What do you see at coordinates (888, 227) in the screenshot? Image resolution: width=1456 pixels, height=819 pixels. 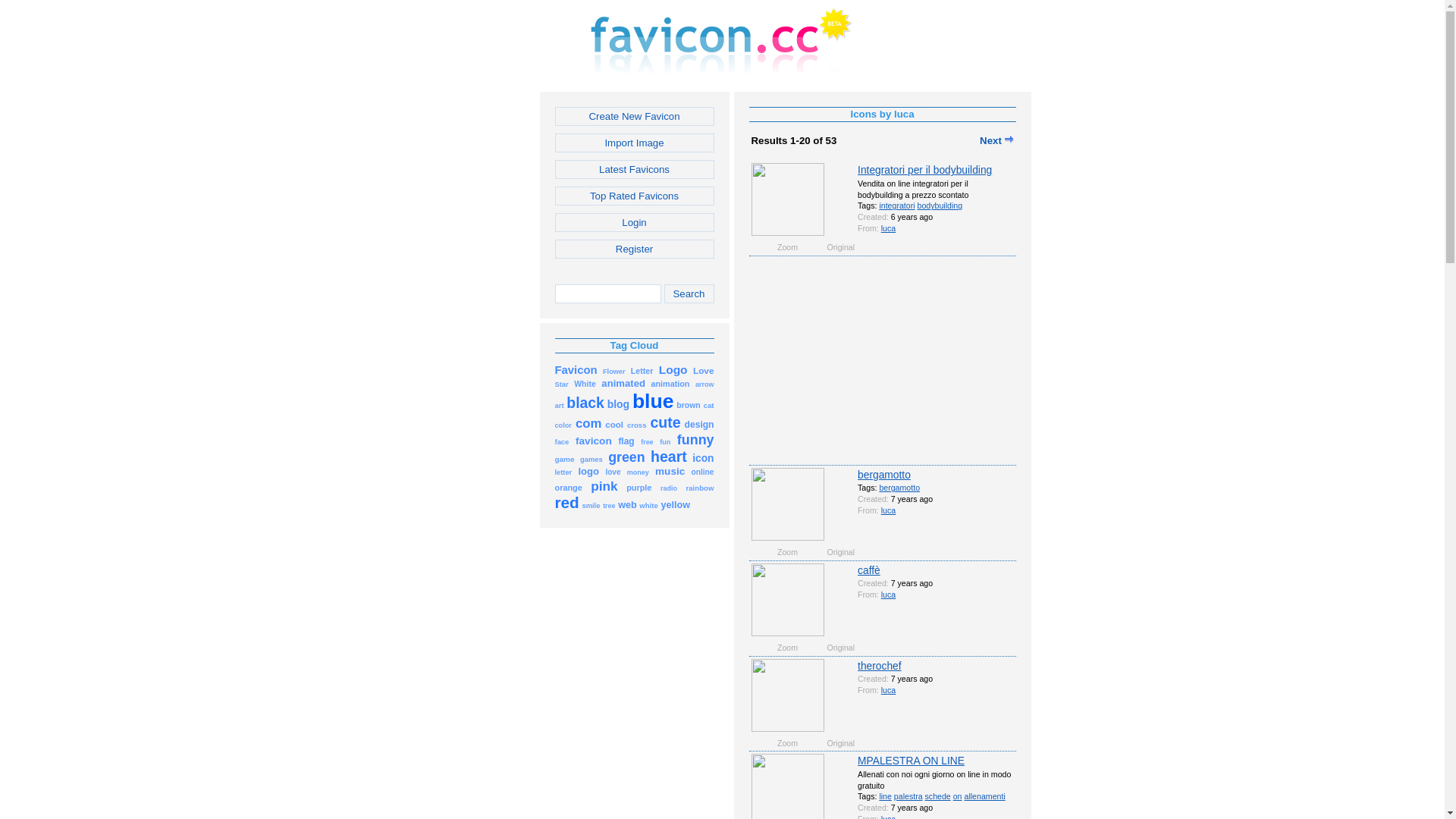 I see `'luca'` at bounding box center [888, 227].